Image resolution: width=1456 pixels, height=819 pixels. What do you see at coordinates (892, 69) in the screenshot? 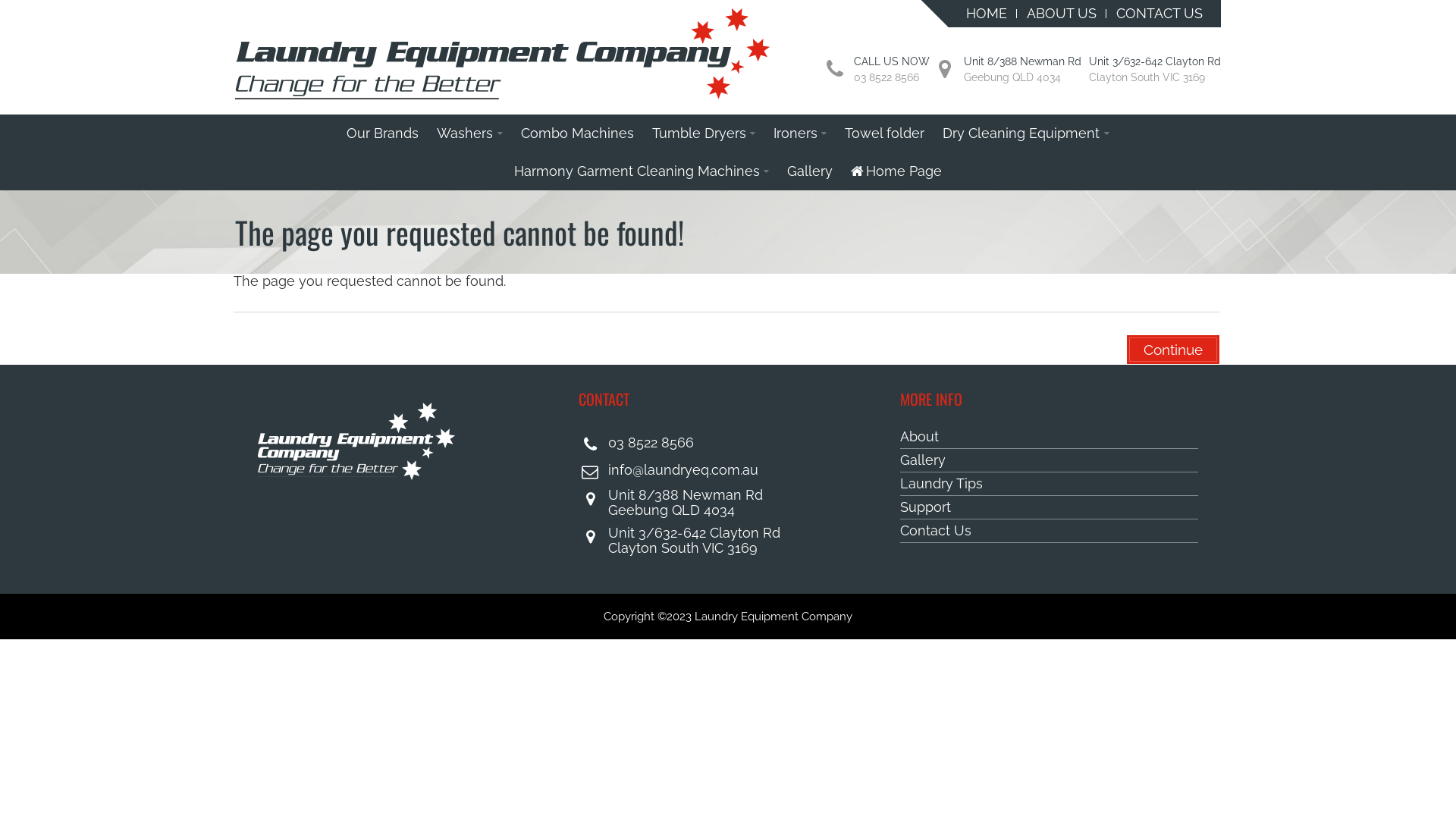
I see `'CALL US NOW` at bounding box center [892, 69].